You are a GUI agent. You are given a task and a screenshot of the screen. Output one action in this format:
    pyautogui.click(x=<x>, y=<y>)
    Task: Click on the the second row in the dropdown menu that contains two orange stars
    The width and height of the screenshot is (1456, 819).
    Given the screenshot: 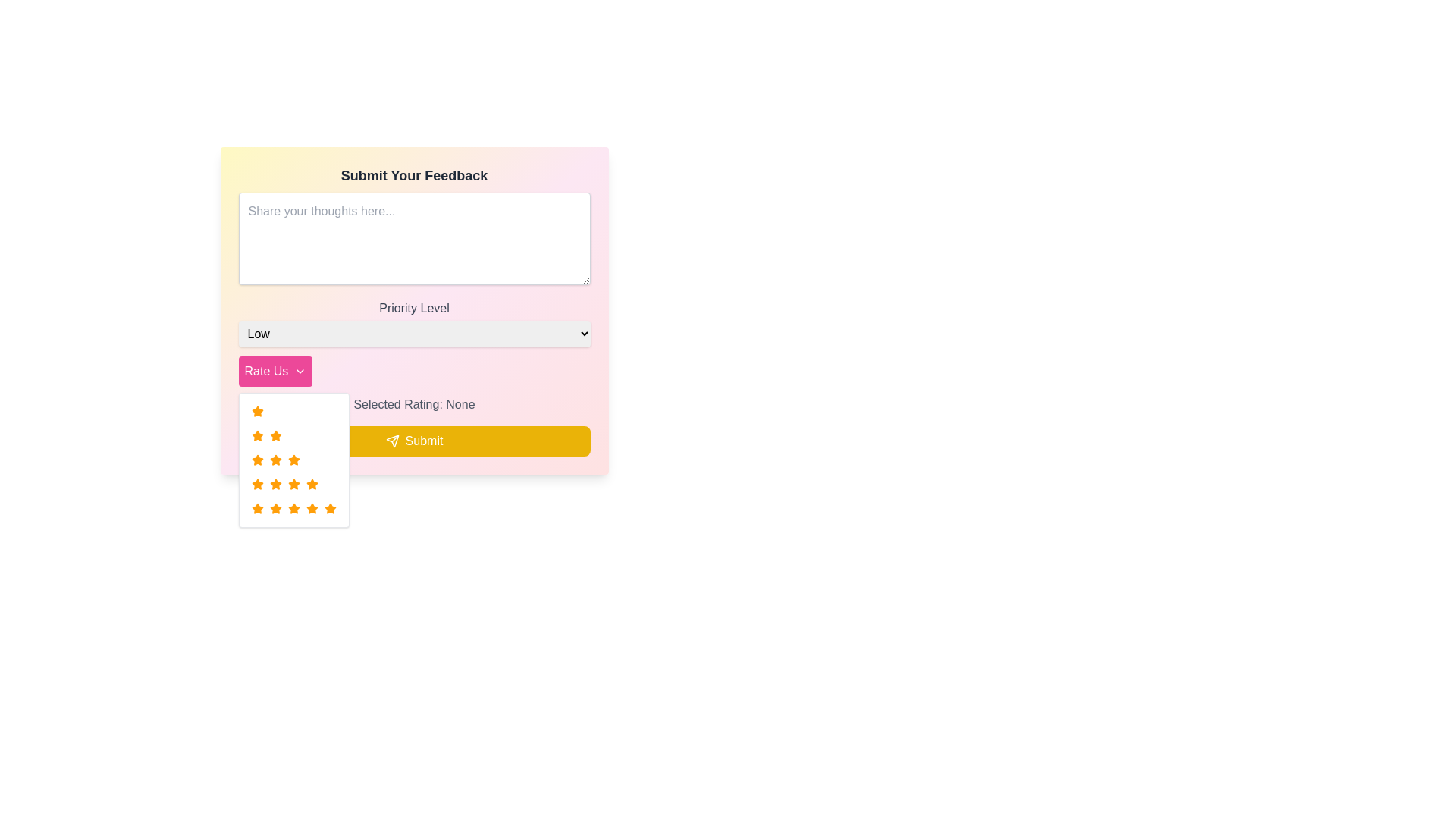 What is the action you would take?
    pyautogui.click(x=293, y=435)
    